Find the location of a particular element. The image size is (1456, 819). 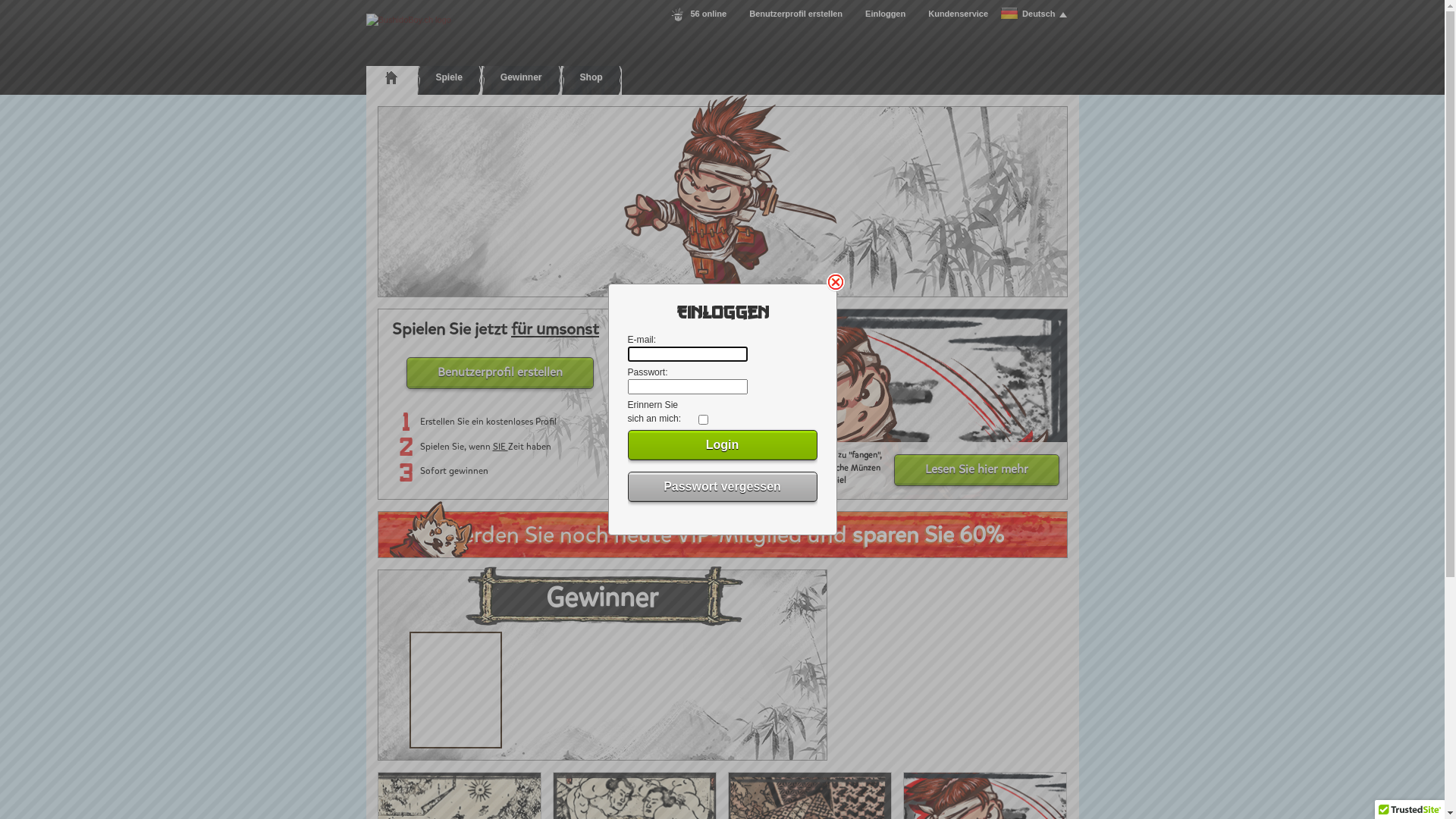

'Startseite' is located at coordinates (391, 77).